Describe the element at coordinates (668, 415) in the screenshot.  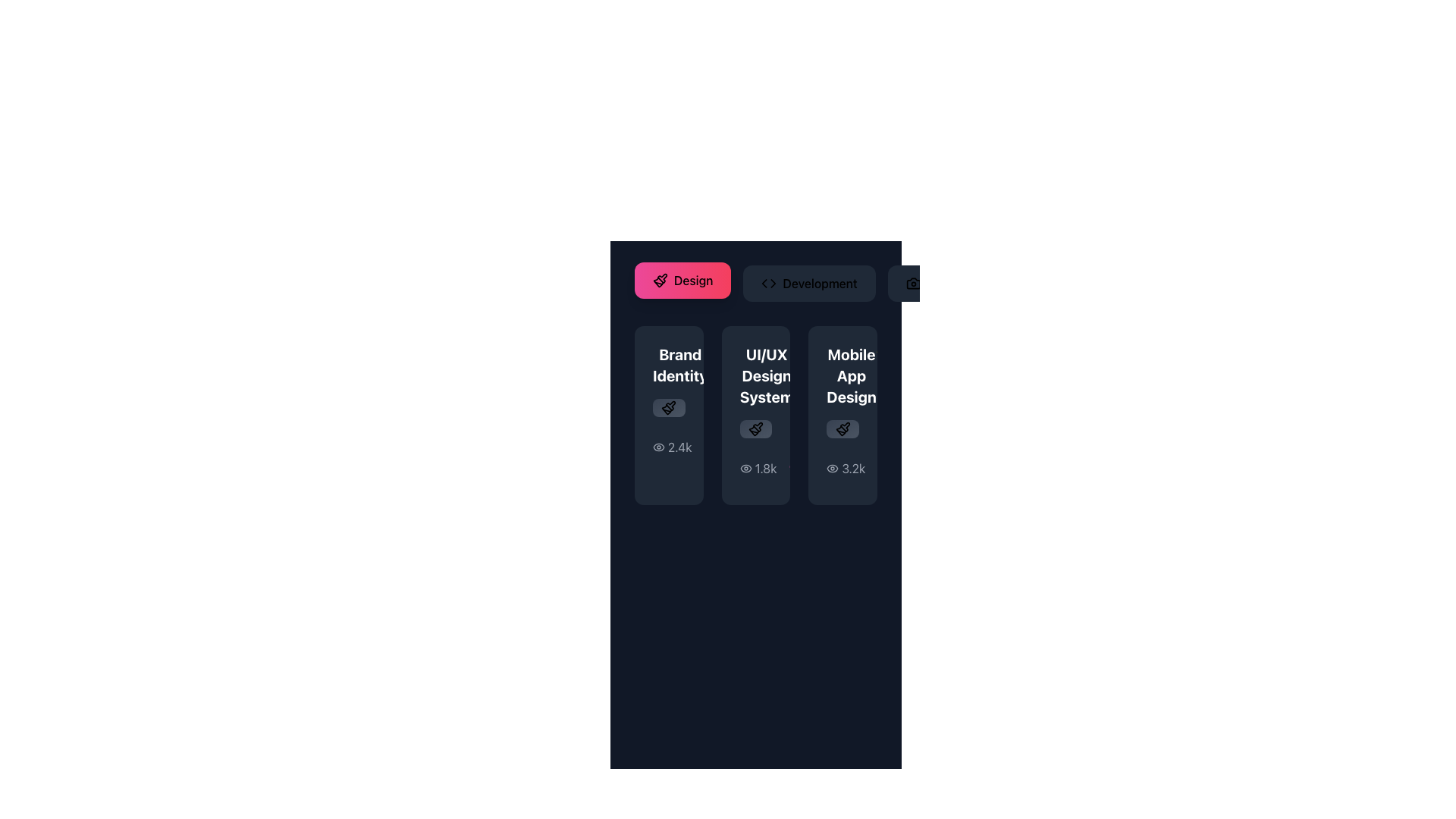
I see `the 'Brand Identity' Information Card, which is the first element in the grid layout` at that location.